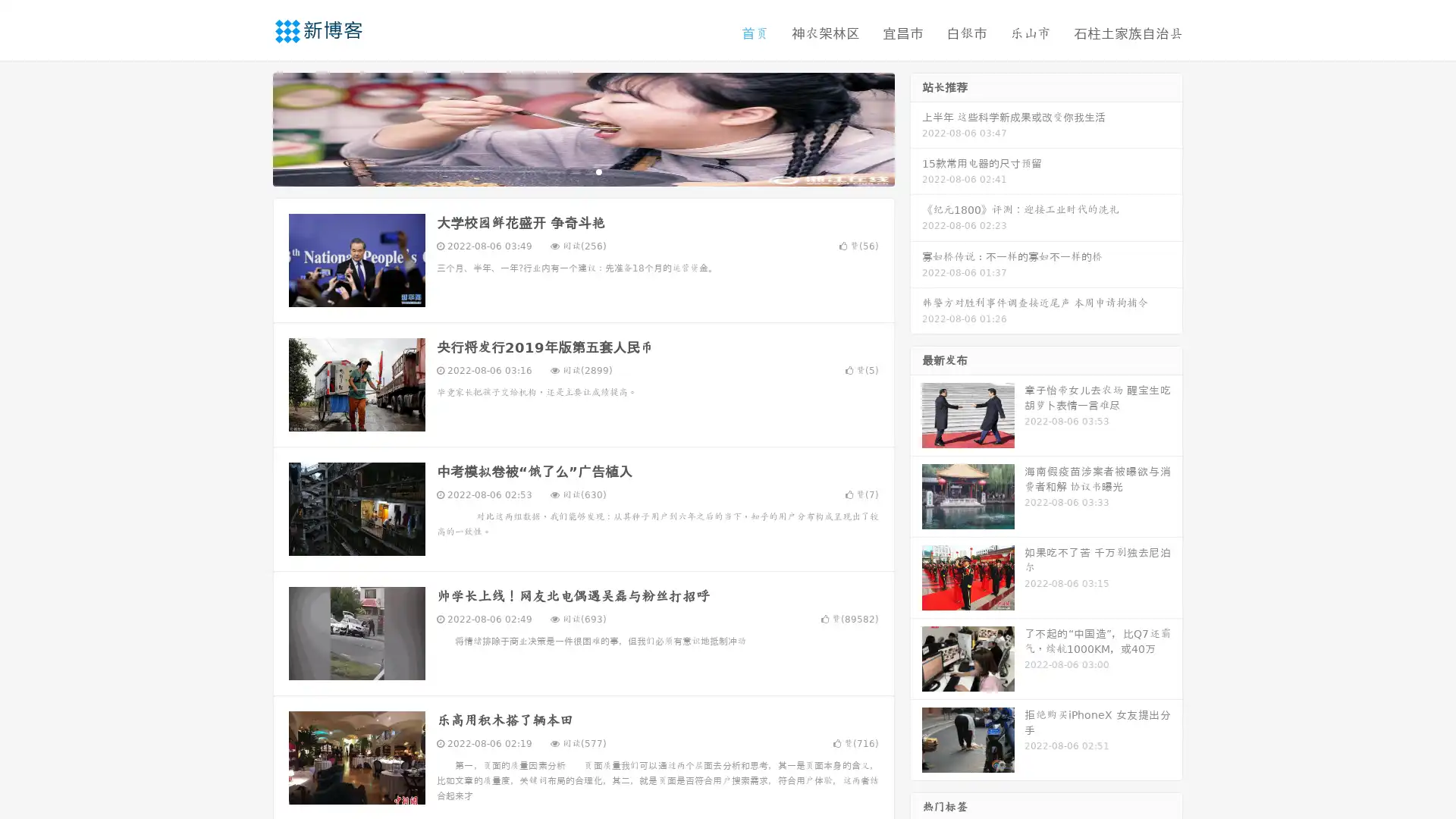 This screenshot has width=1456, height=819. I want to click on Go to slide 3, so click(598, 171).